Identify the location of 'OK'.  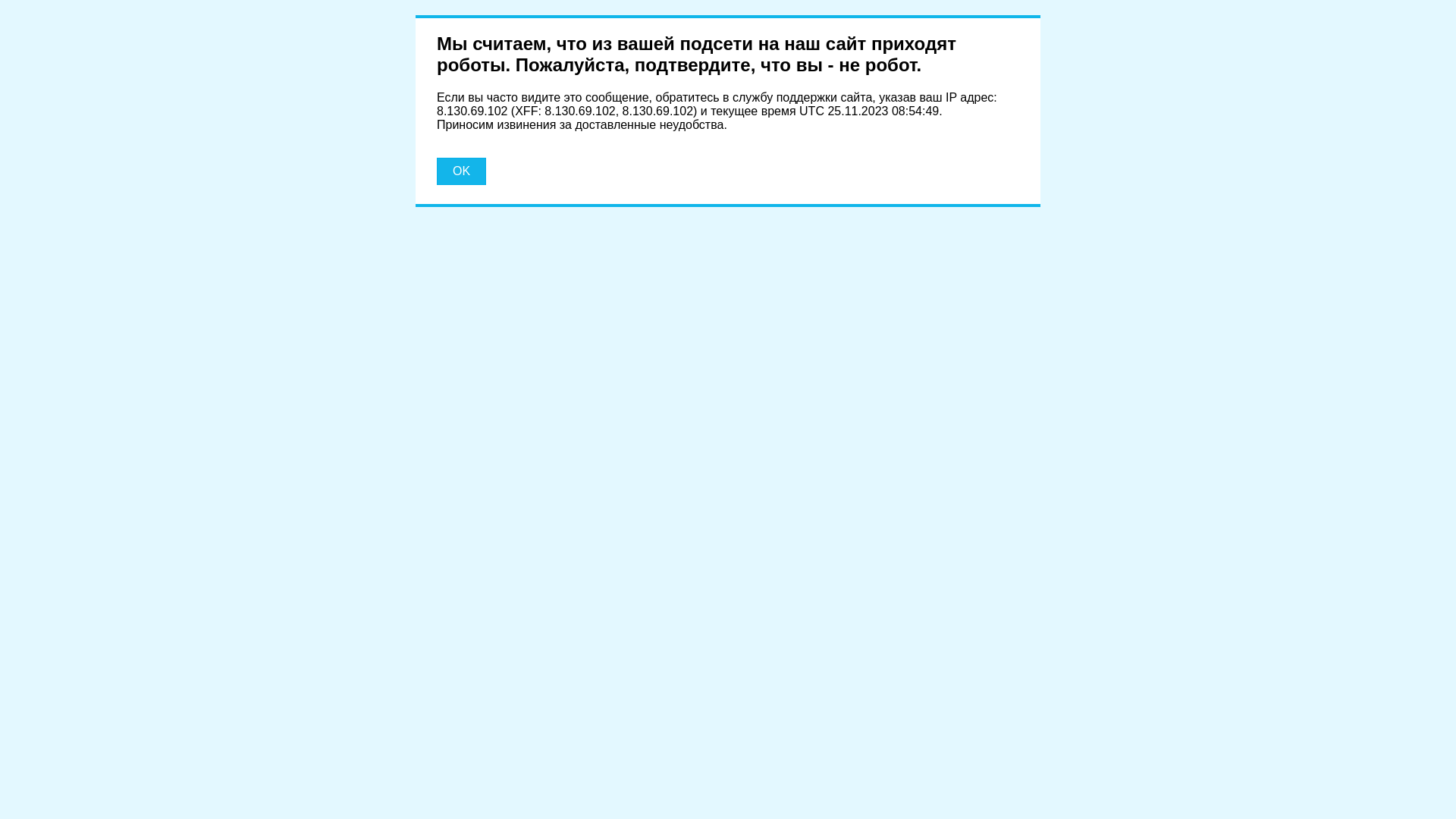
(460, 171).